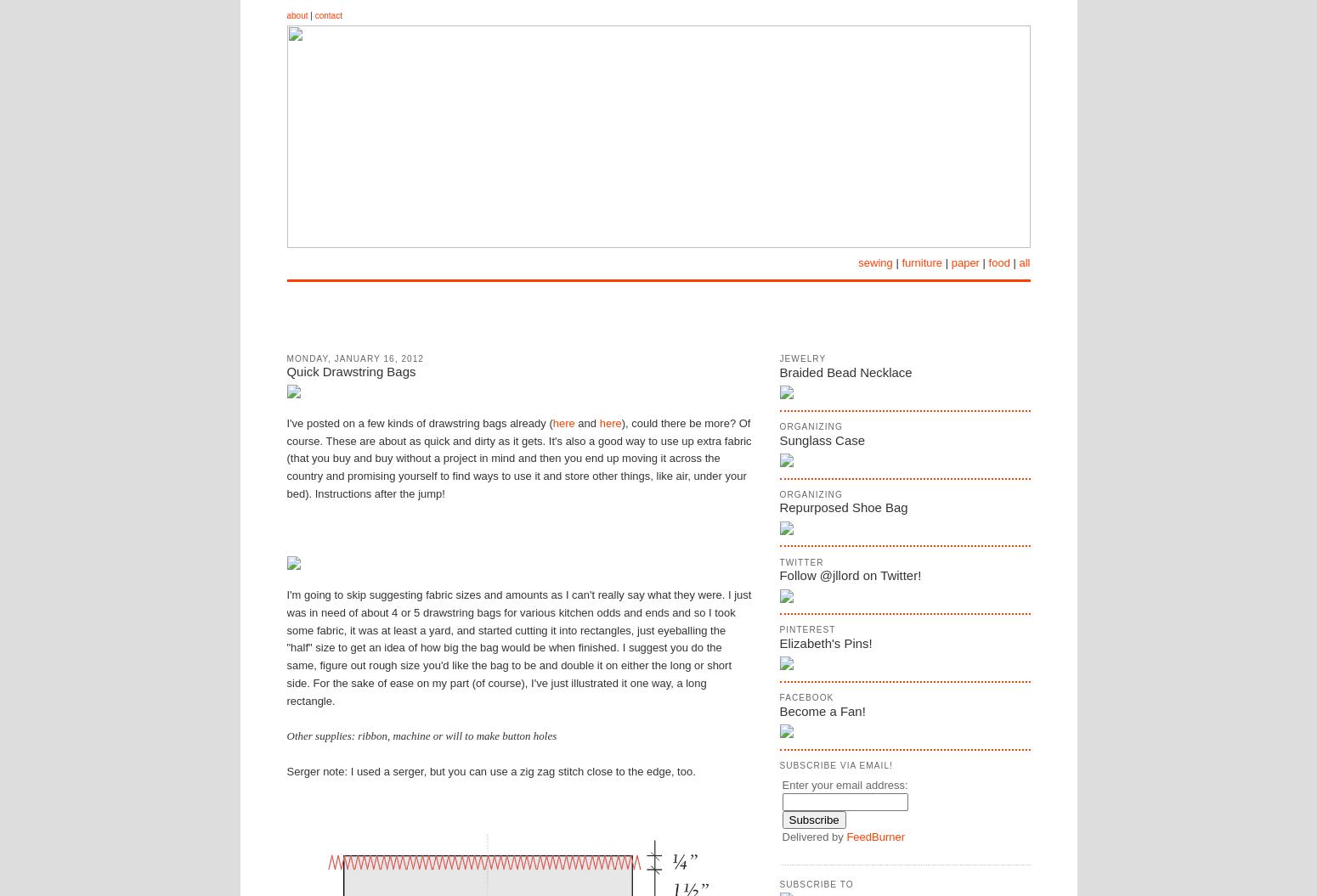  I want to click on 'Subscribe via eMail!', so click(834, 764).